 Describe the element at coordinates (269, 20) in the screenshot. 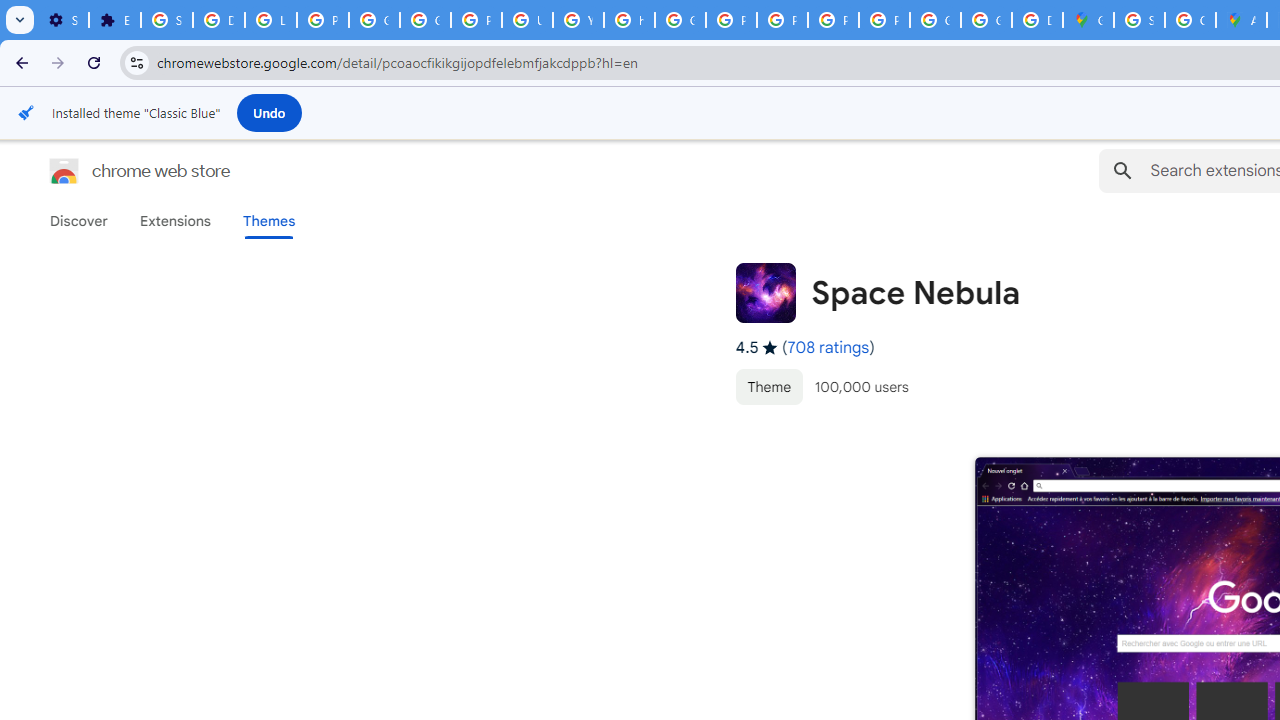

I see `'Learn how to find your photos - Google Photos Help'` at that location.